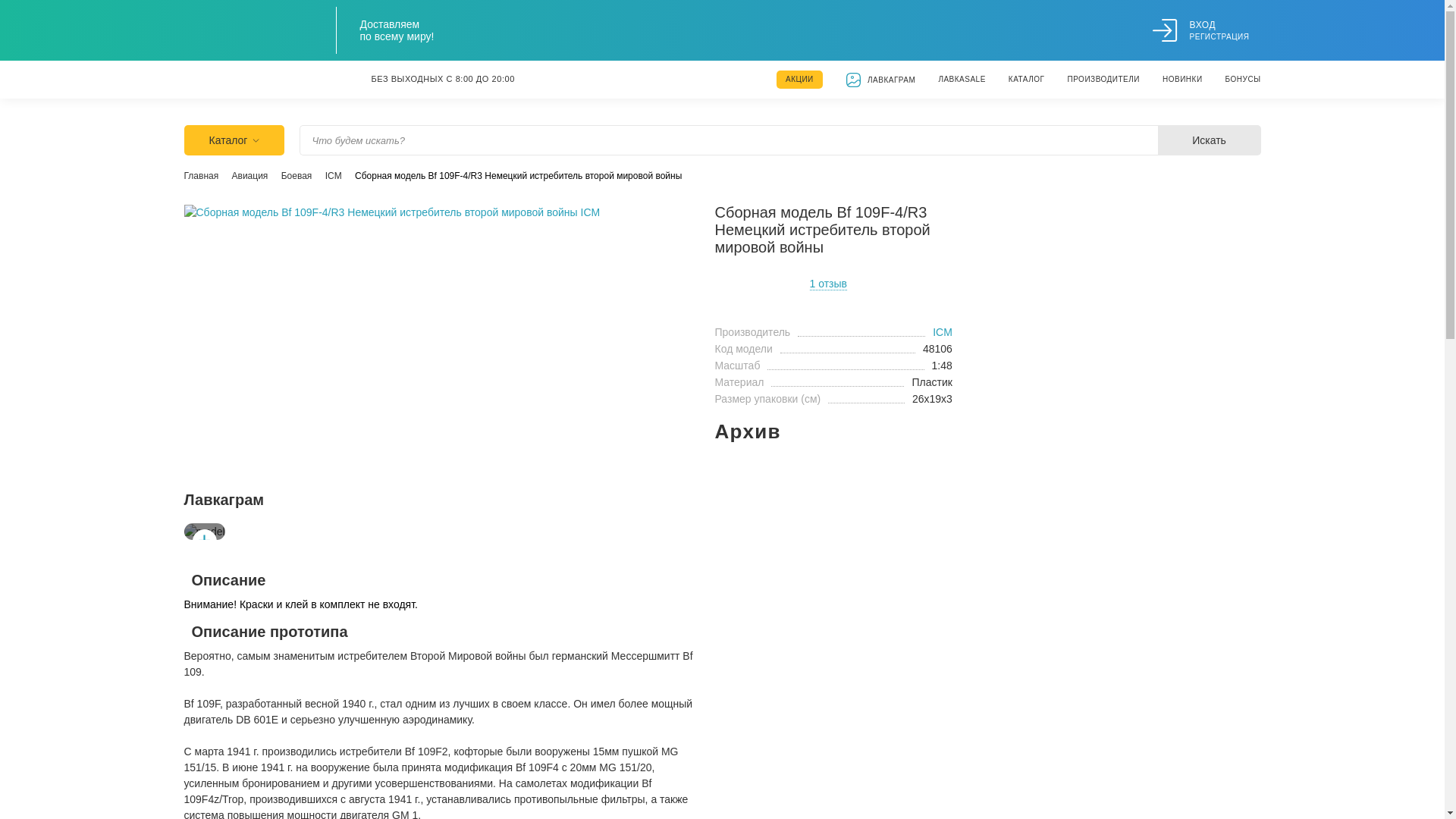 This screenshot has width=1456, height=819. I want to click on 'ICM', so click(942, 331).